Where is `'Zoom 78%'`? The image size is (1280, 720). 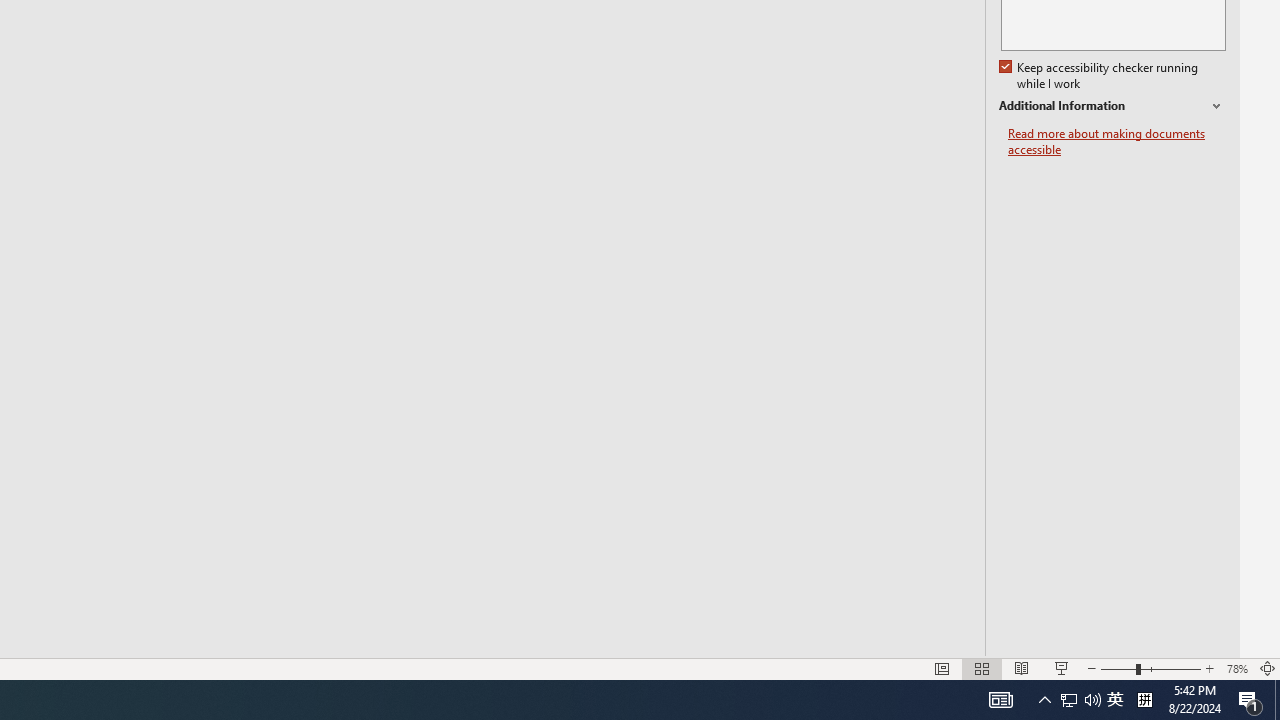
'Zoom 78%' is located at coordinates (1236, 669).